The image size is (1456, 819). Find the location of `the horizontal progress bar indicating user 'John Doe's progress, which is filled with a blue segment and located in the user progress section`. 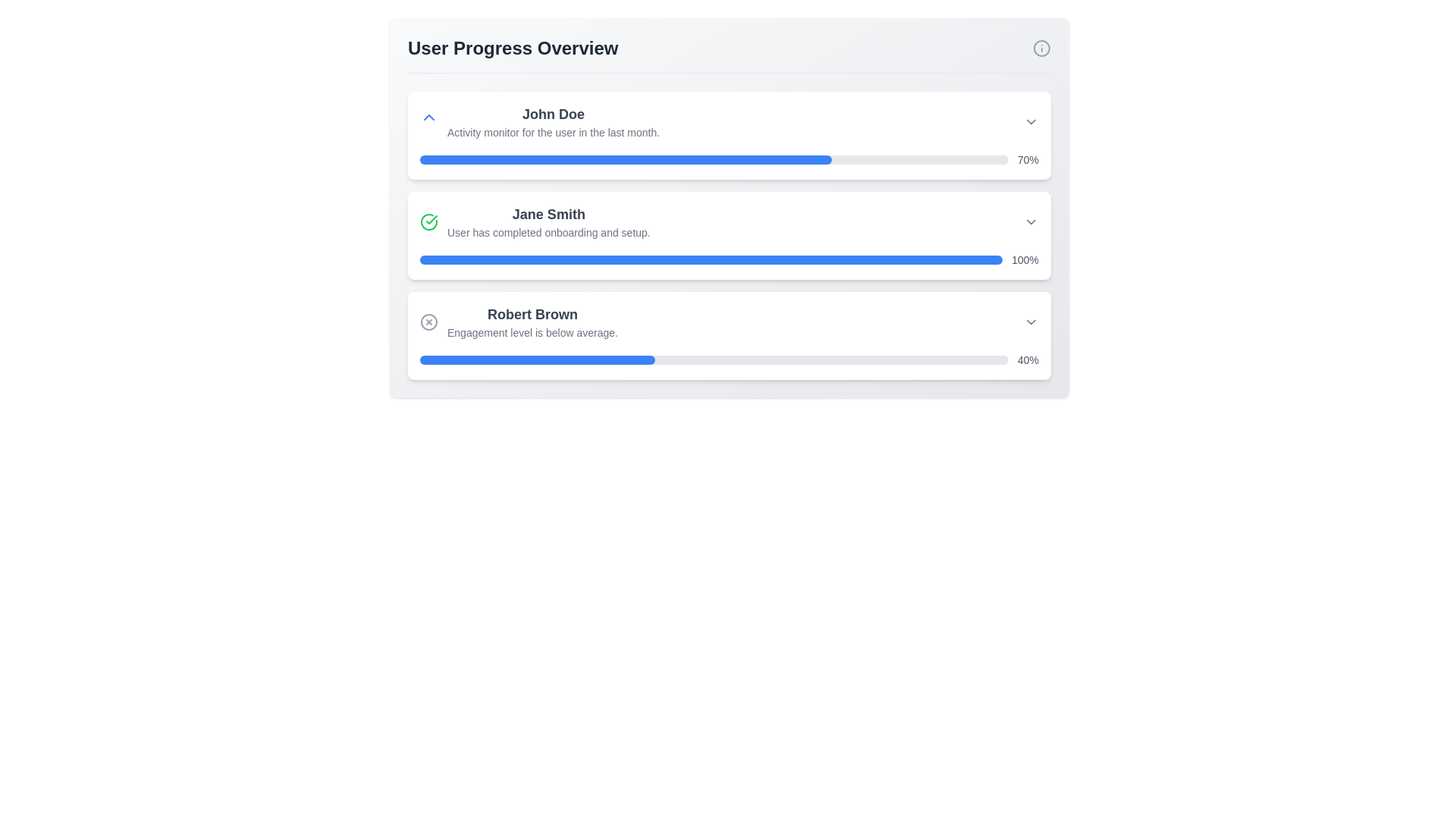

the horizontal progress bar indicating user 'John Doe's progress, which is filled with a blue segment and located in the user progress section is located at coordinates (713, 160).